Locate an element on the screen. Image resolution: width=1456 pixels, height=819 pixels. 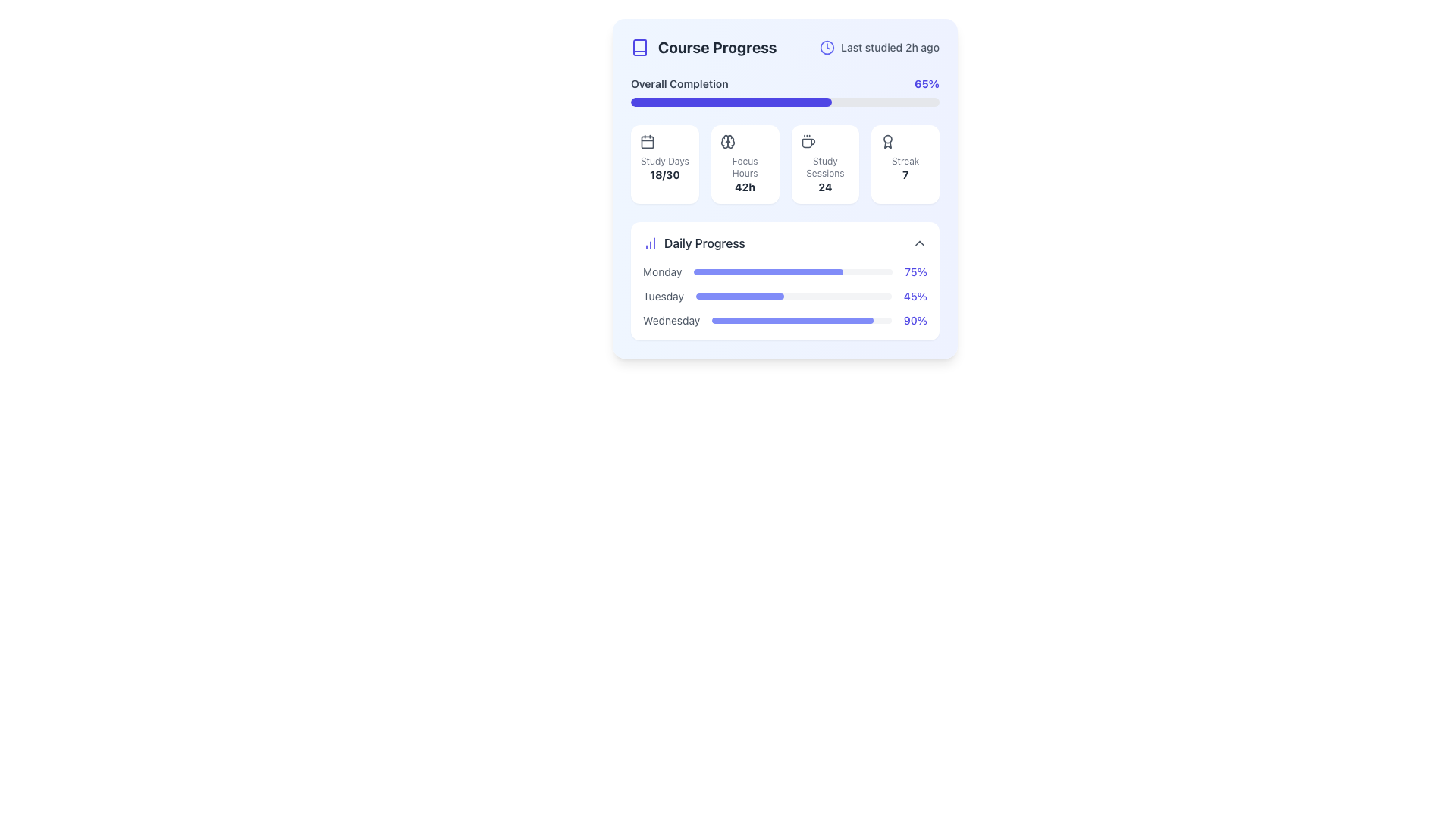
the filled portion of the Progress Bar, which is indigo colored and represents 65% completion, located below the 'Overall Completion' text in the 'Course Progress' section is located at coordinates (731, 102).